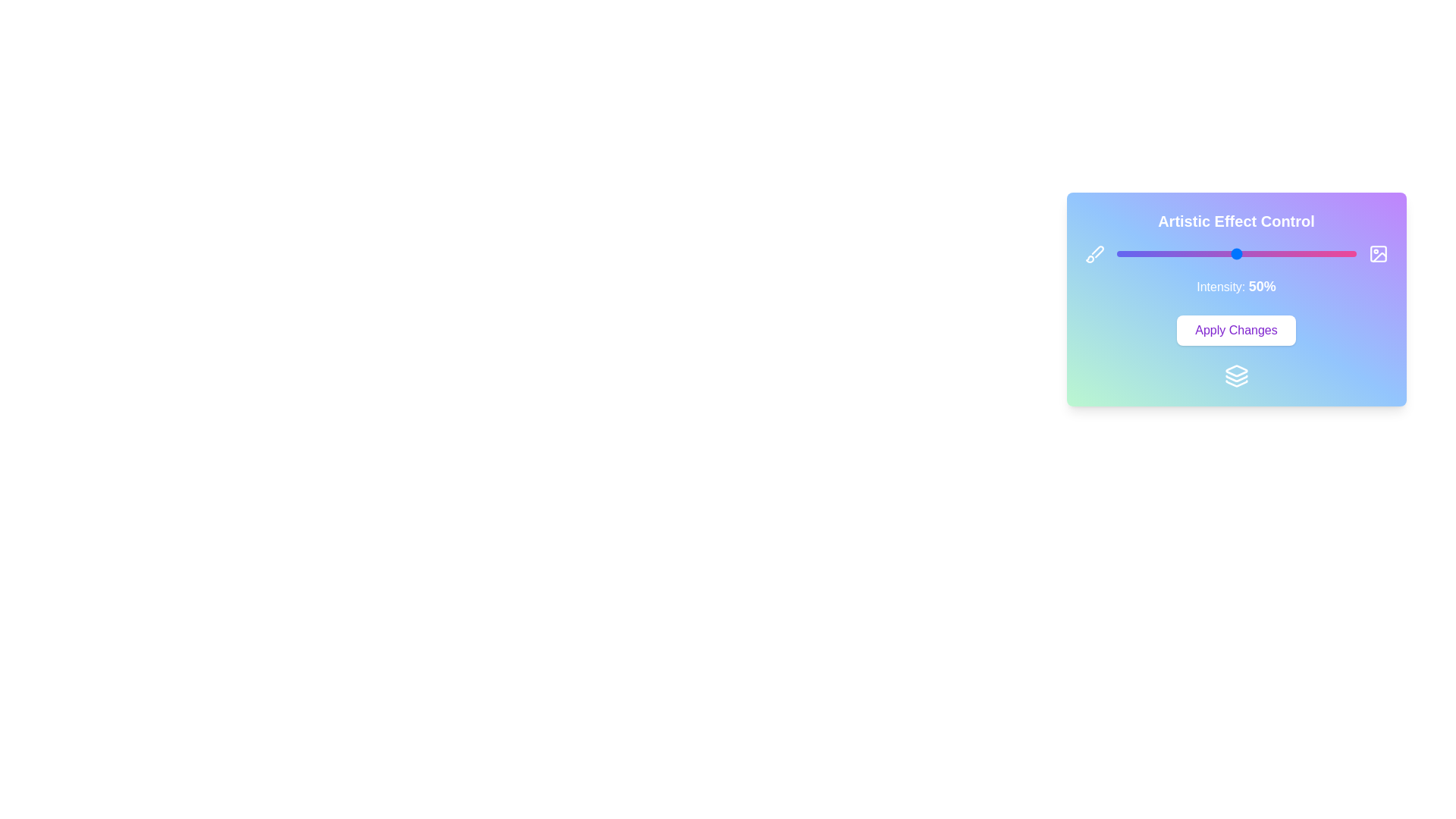 The height and width of the screenshot is (819, 1456). What do you see at coordinates (1346, 253) in the screenshot?
I see `the slider to set the intensity to 96%` at bounding box center [1346, 253].